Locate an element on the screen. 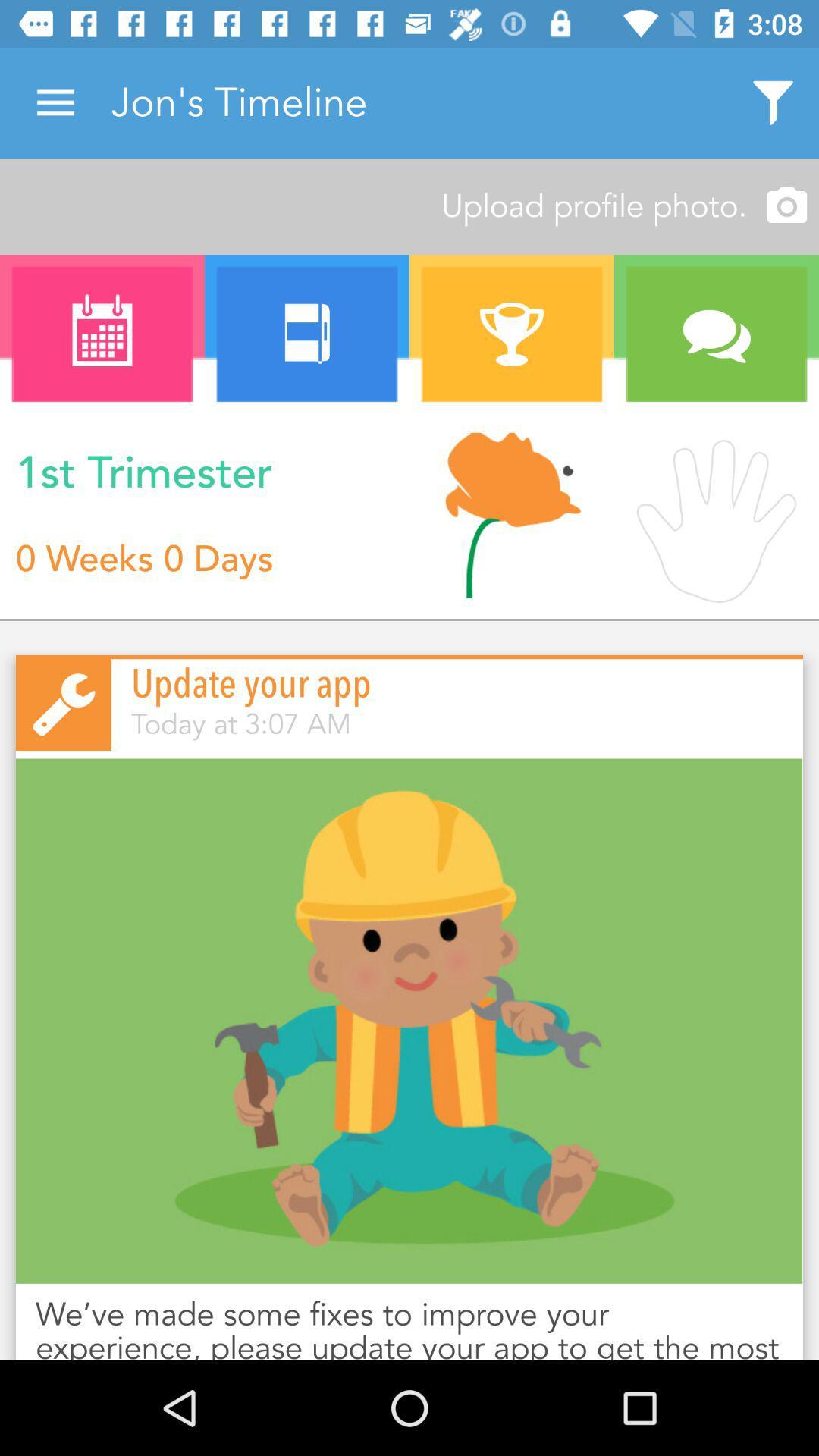 Image resolution: width=819 pixels, height=1456 pixels. the icon next to n icon is located at coordinates (512, 516).